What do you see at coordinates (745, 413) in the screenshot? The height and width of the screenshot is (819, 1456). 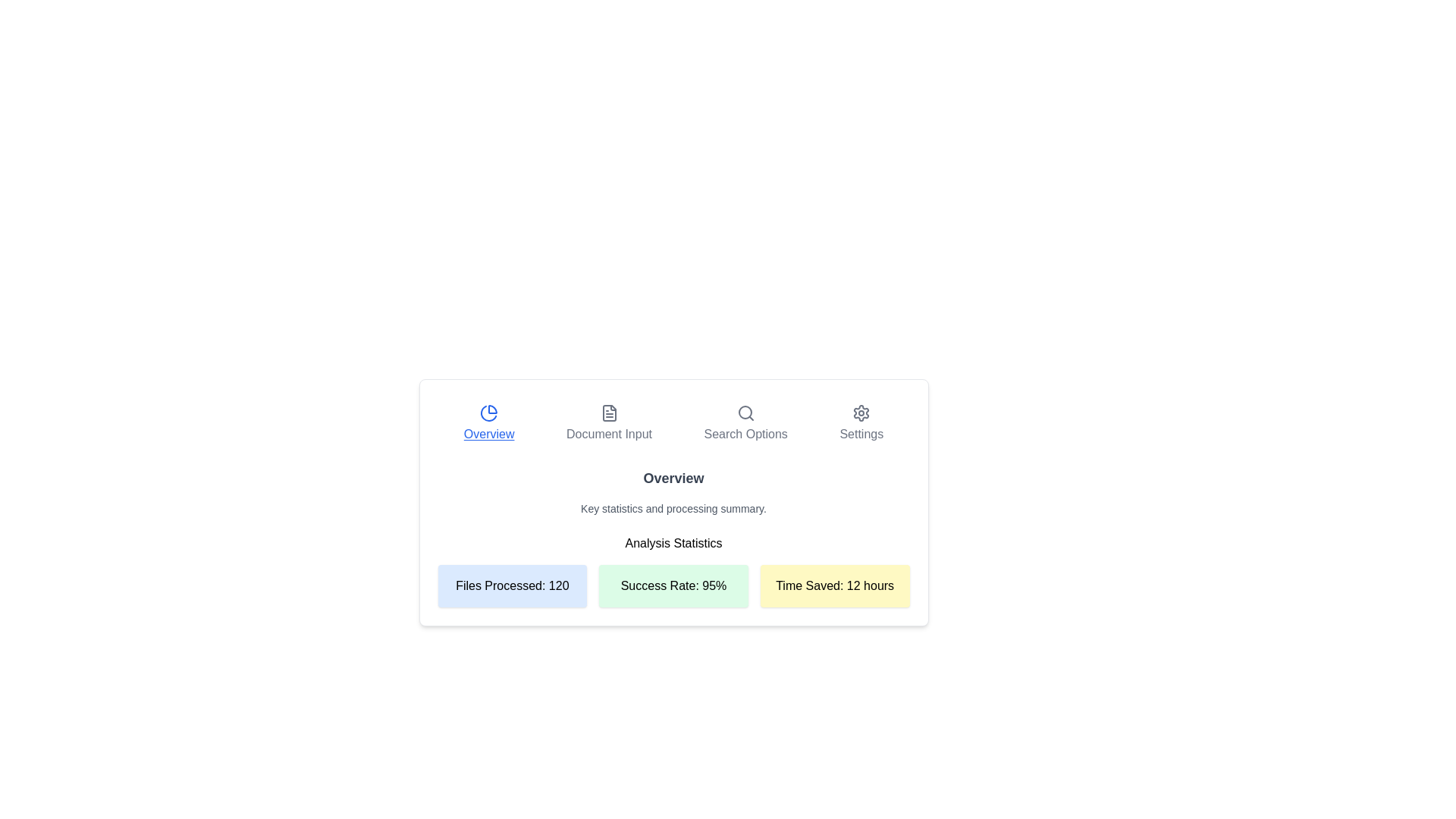 I see `the 'Search Options' icon located in the top navigation bar` at bounding box center [745, 413].